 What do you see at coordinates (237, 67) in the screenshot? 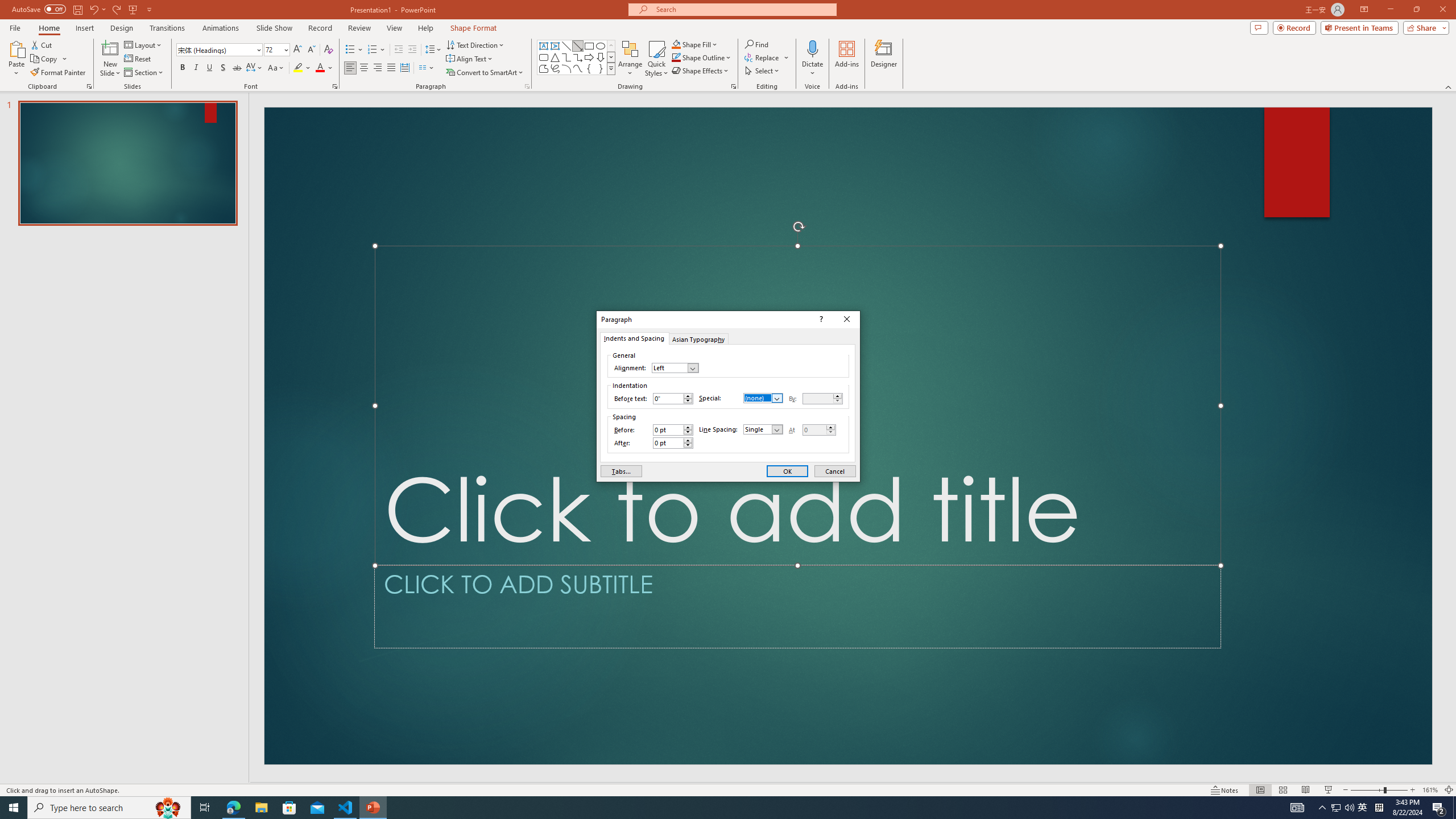
I see `'Strikethrough'` at bounding box center [237, 67].